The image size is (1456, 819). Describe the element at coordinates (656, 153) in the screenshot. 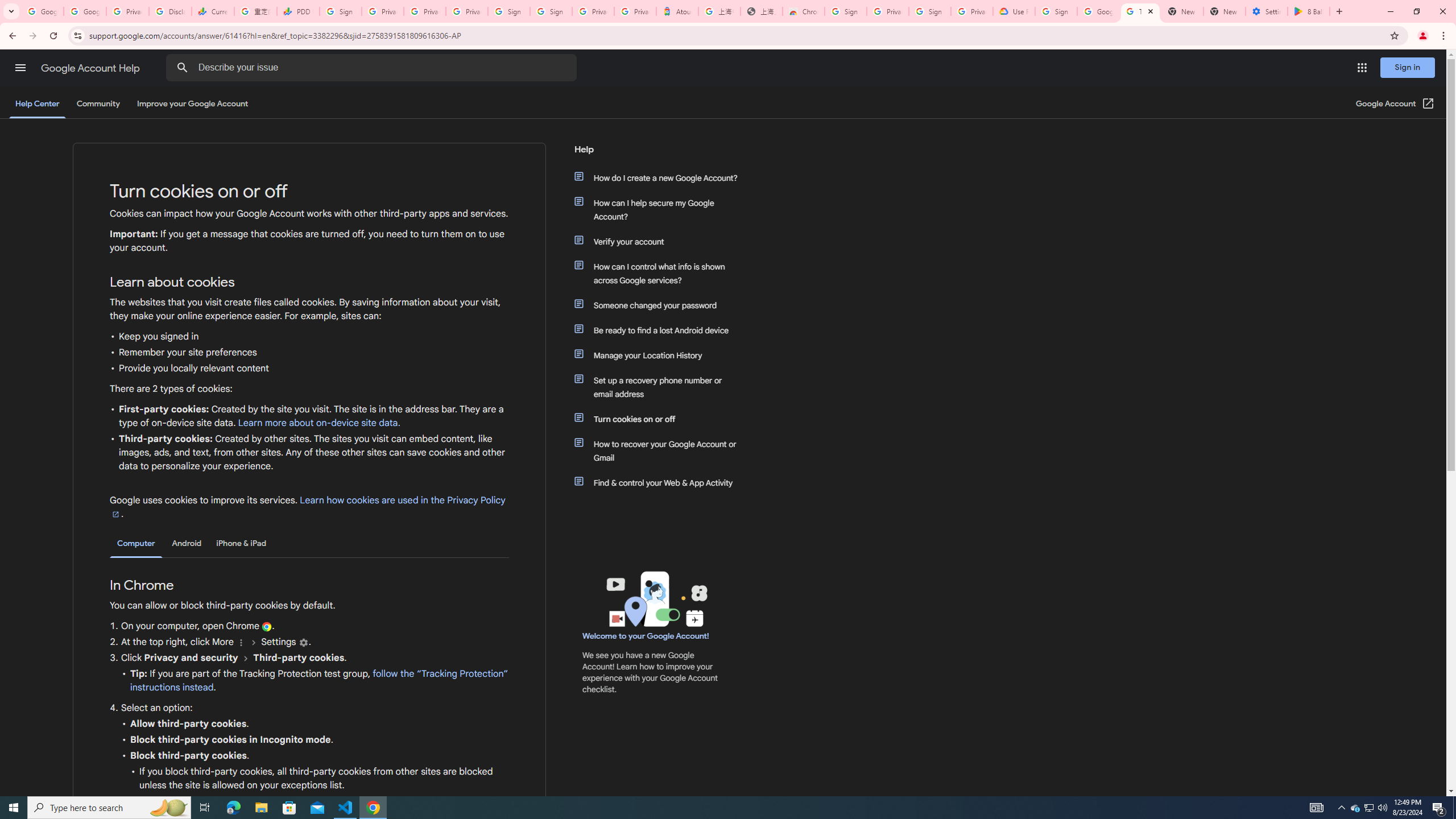

I see `'Help'` at that location.